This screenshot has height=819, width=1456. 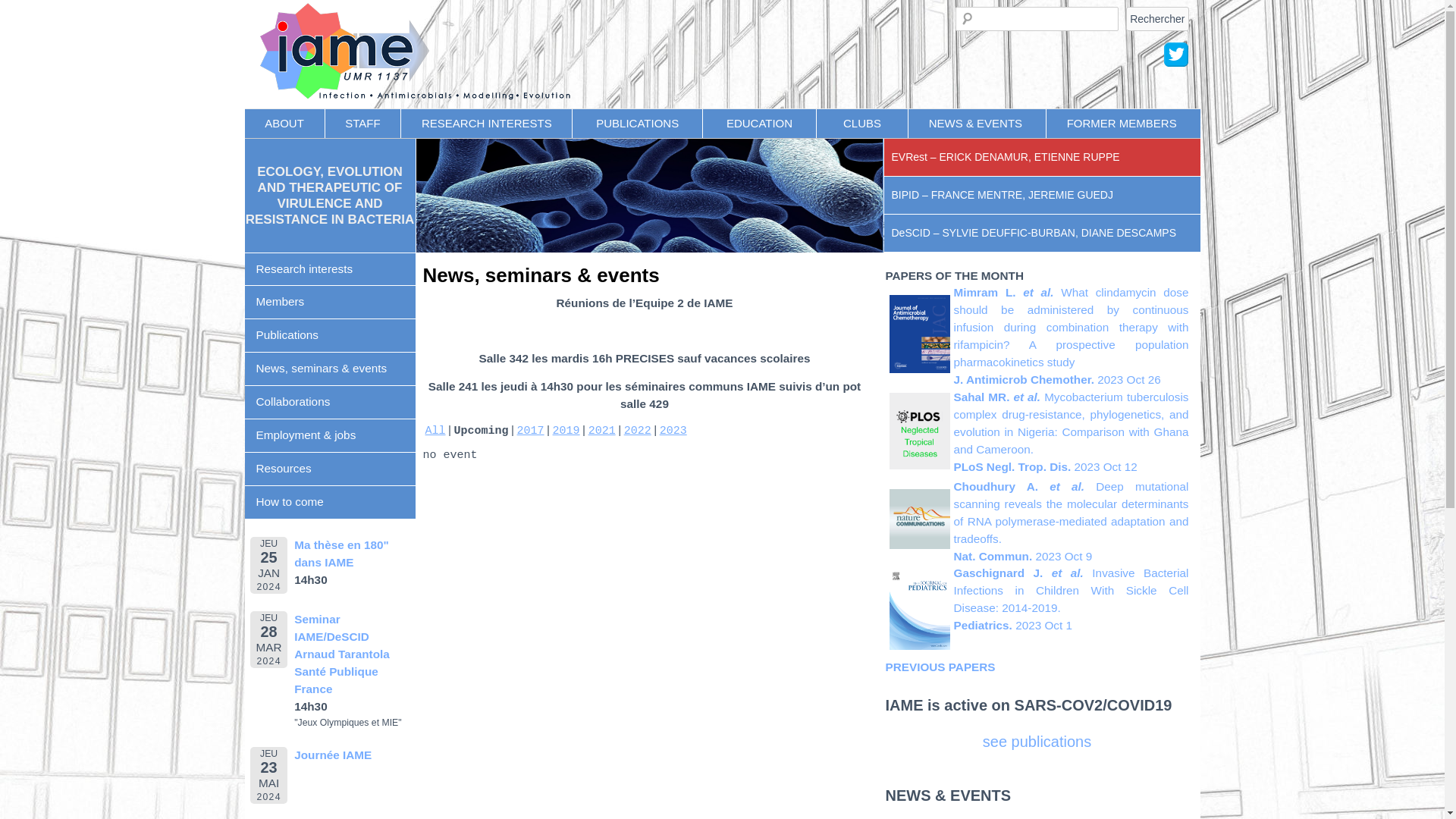 I want to click on ' EDUCATION ', so click(x=701, y=122).